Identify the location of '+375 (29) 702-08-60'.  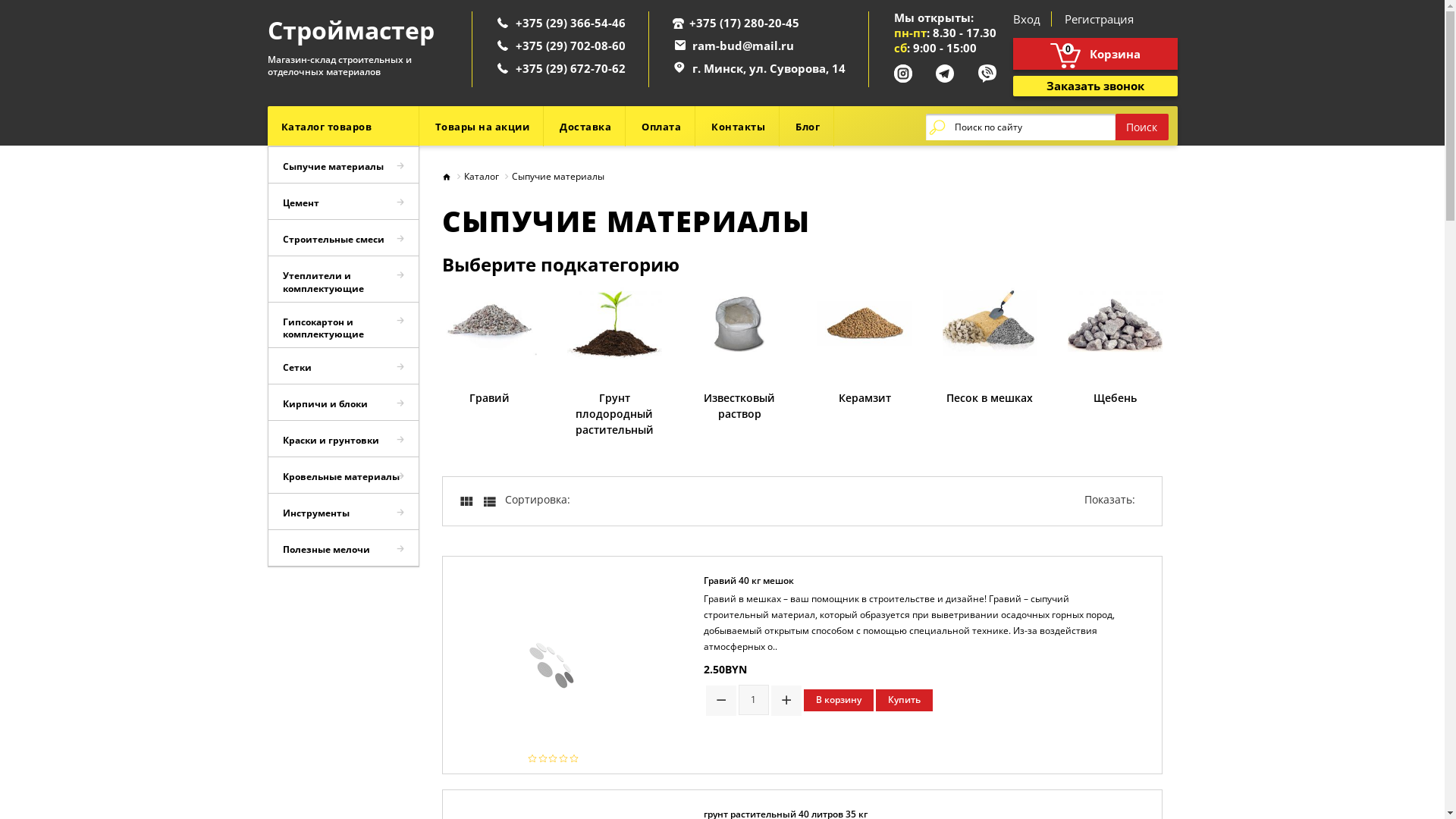
(570, 45).